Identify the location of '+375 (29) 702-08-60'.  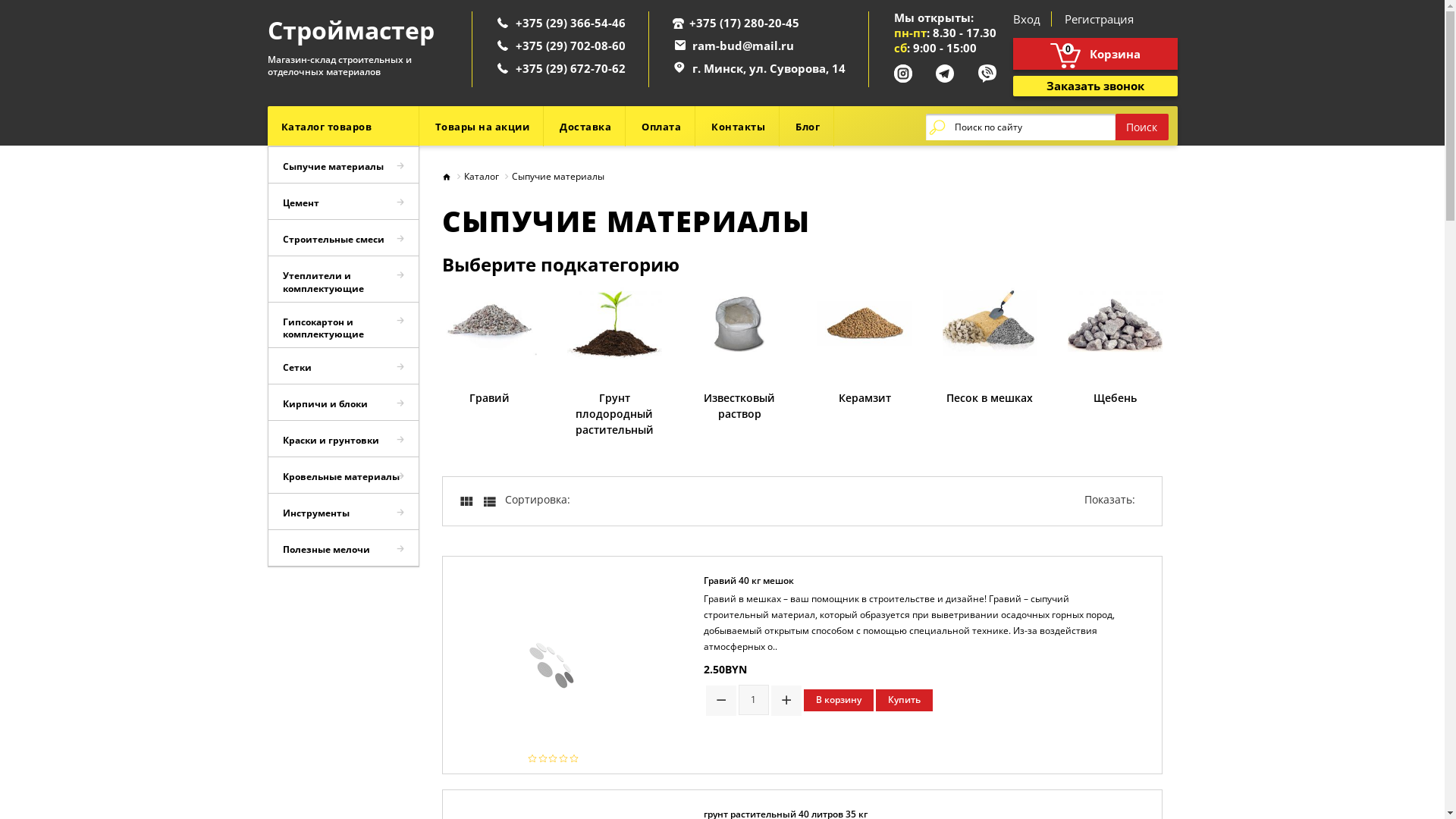
(570, 45).